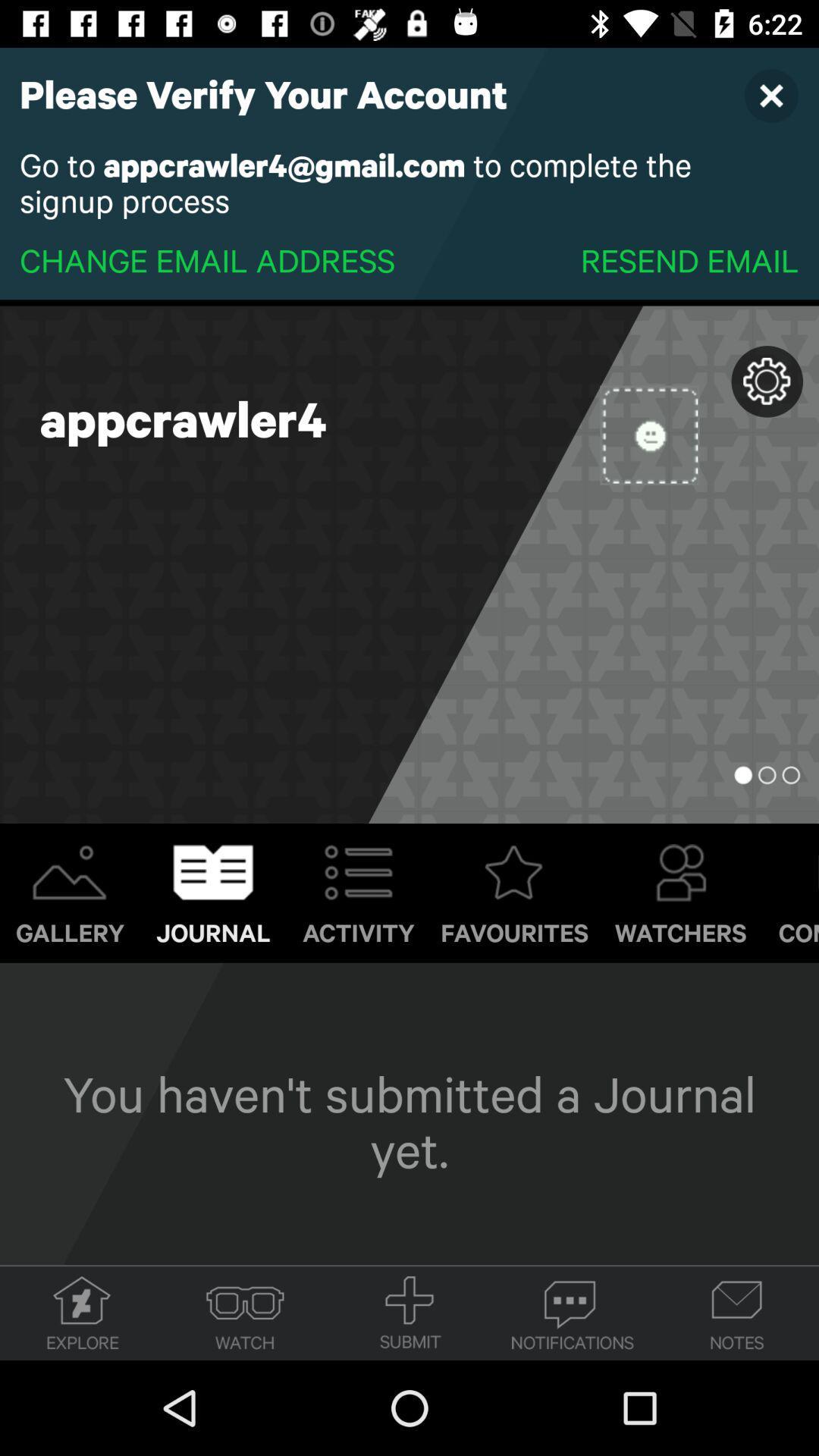 The width and height of the screenshot is (819, 1456). I want to click on the settings icon, so click(767, 381).